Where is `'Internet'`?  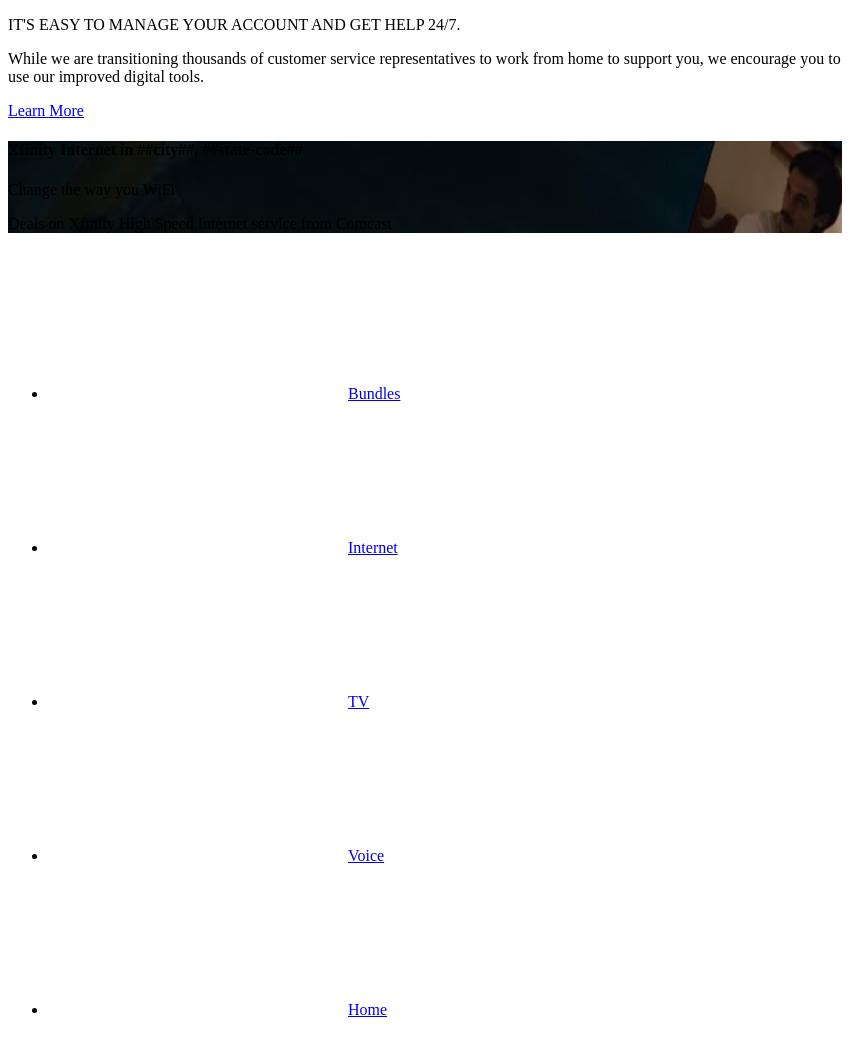
'Internet' is located at coordinates (371, 545).